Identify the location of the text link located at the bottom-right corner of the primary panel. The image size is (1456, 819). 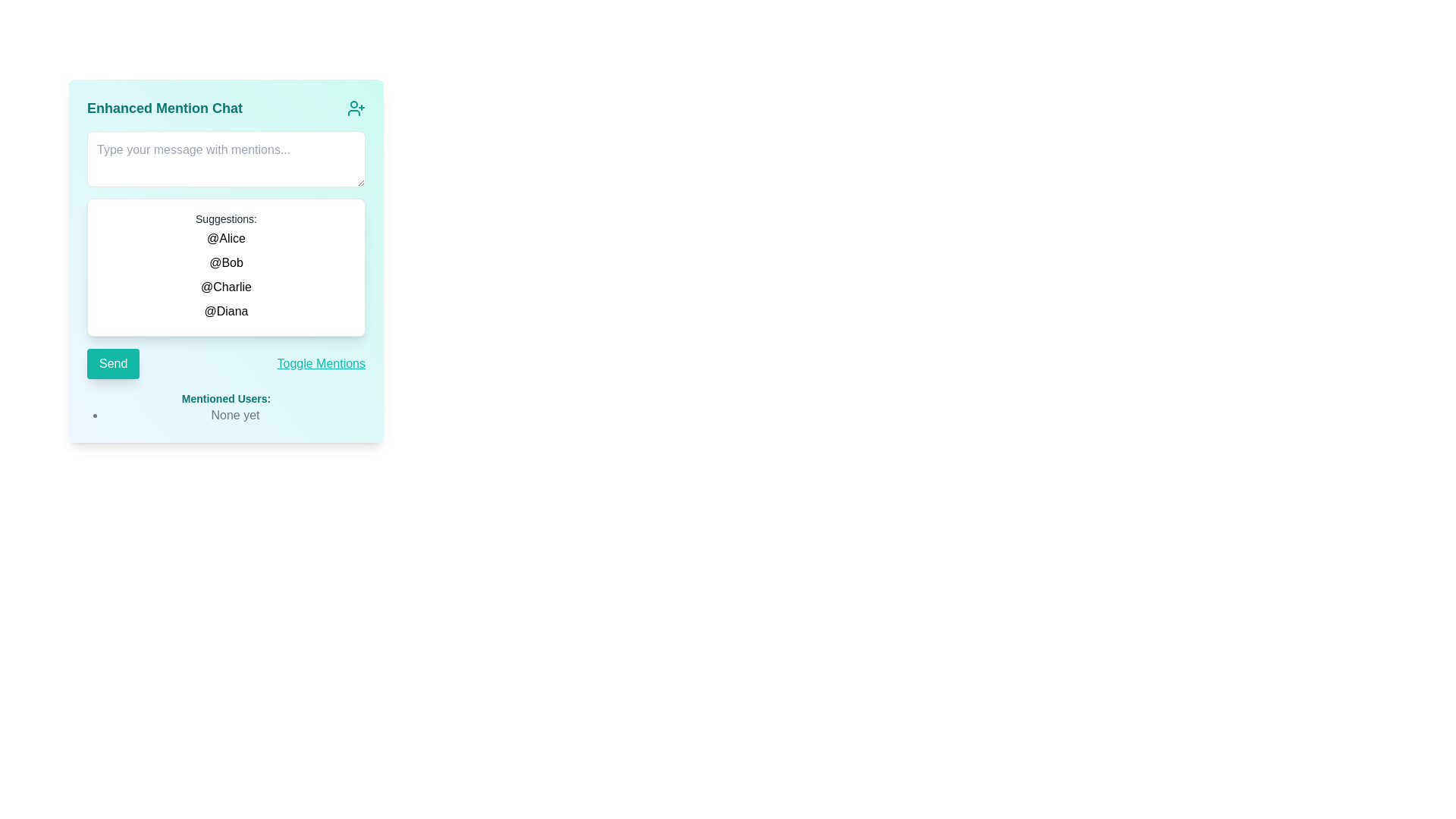
(320, 363).